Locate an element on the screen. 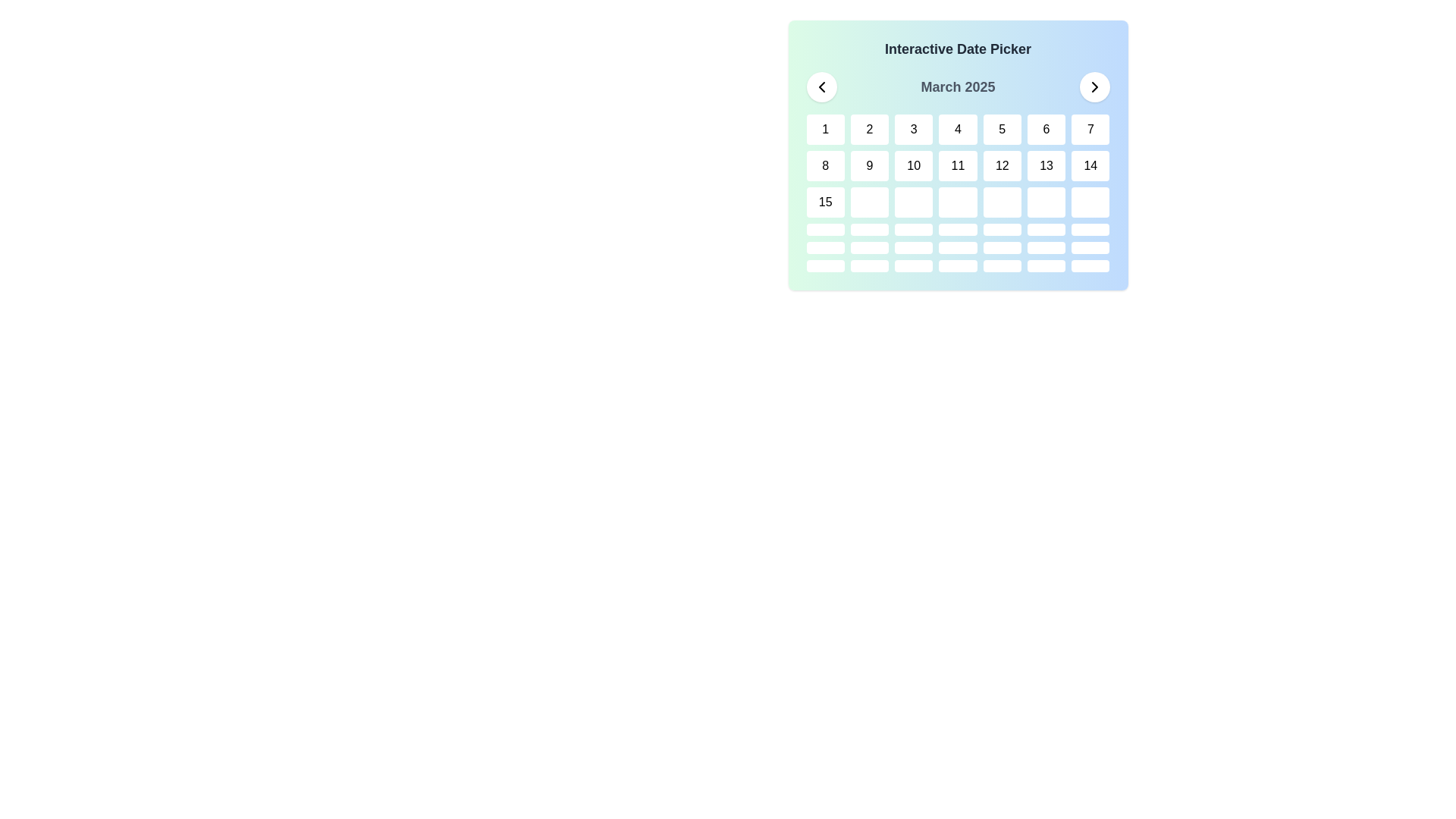  the inactive date selection button located in the last row of the calendar interface, specifically the sixth button in that row, to focus or interact with it is located at coordinates (1046, 265).